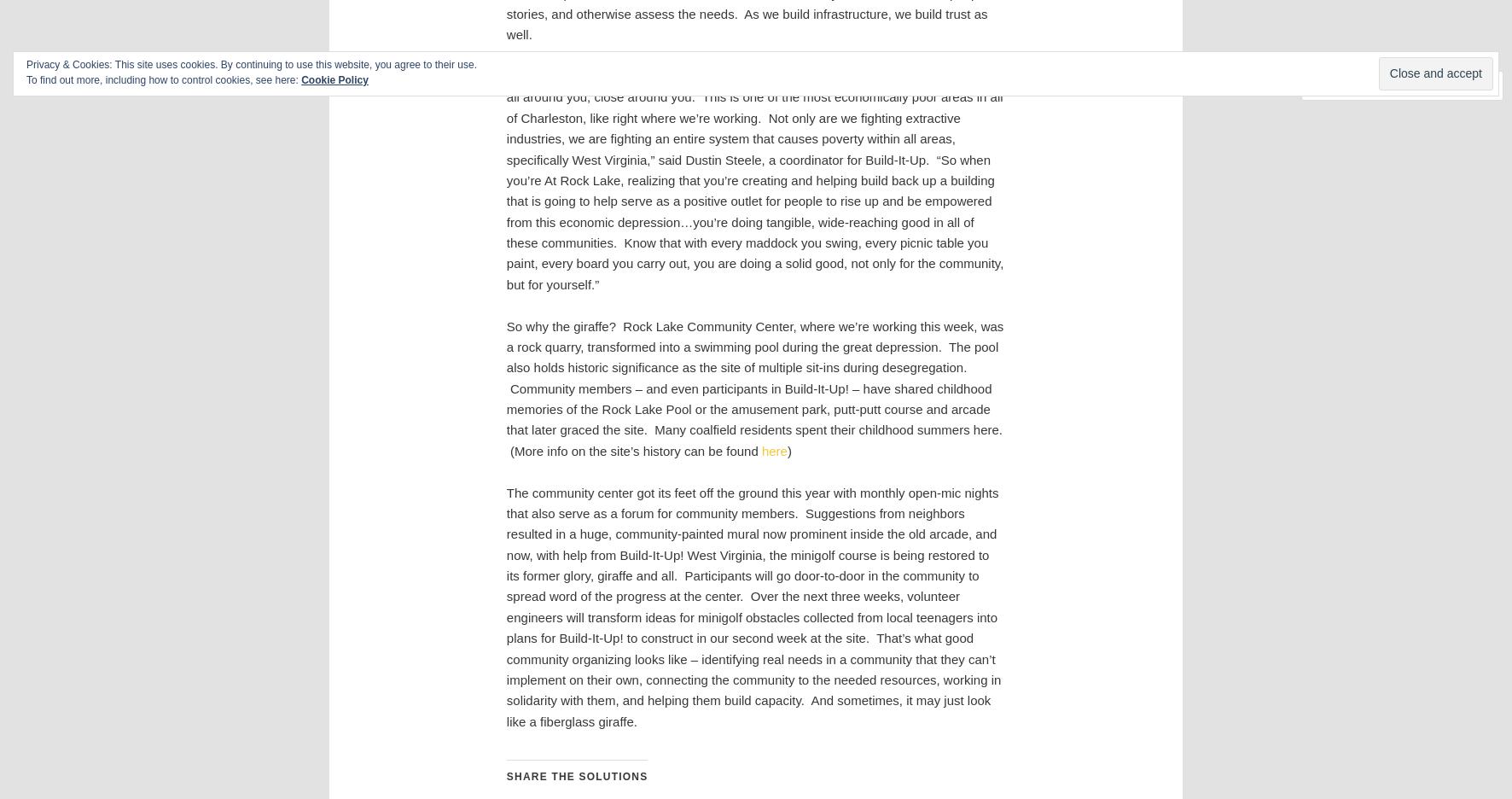 The width and height of the screenshot is (1512, 799). What do you see at coordinates (1357, 85) in the screenshot?
I see `'Comment'` at bounding box center [1357, 85].